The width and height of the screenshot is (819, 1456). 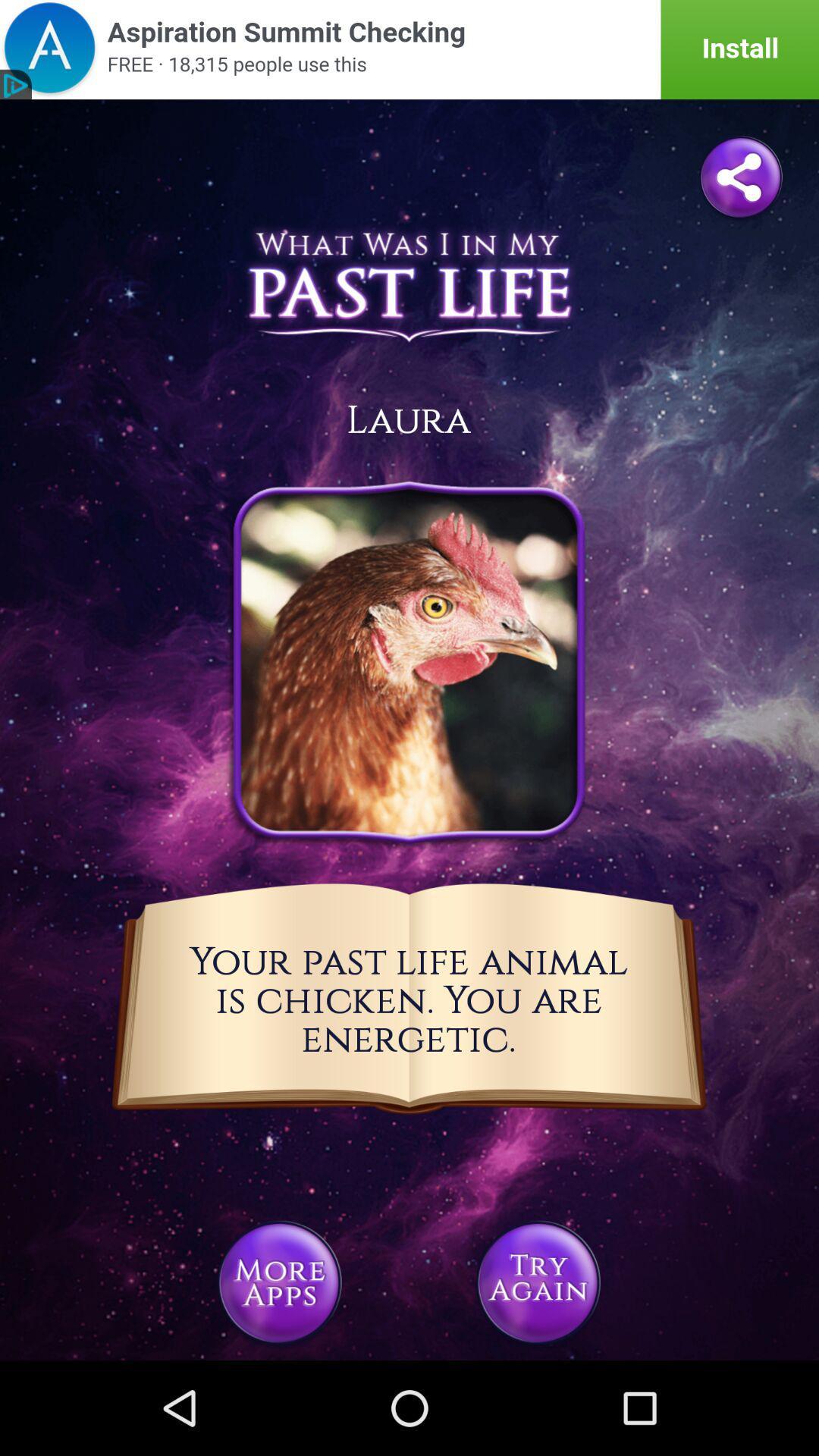 I want to click on start installation of the app, so click(x=409, y=49).